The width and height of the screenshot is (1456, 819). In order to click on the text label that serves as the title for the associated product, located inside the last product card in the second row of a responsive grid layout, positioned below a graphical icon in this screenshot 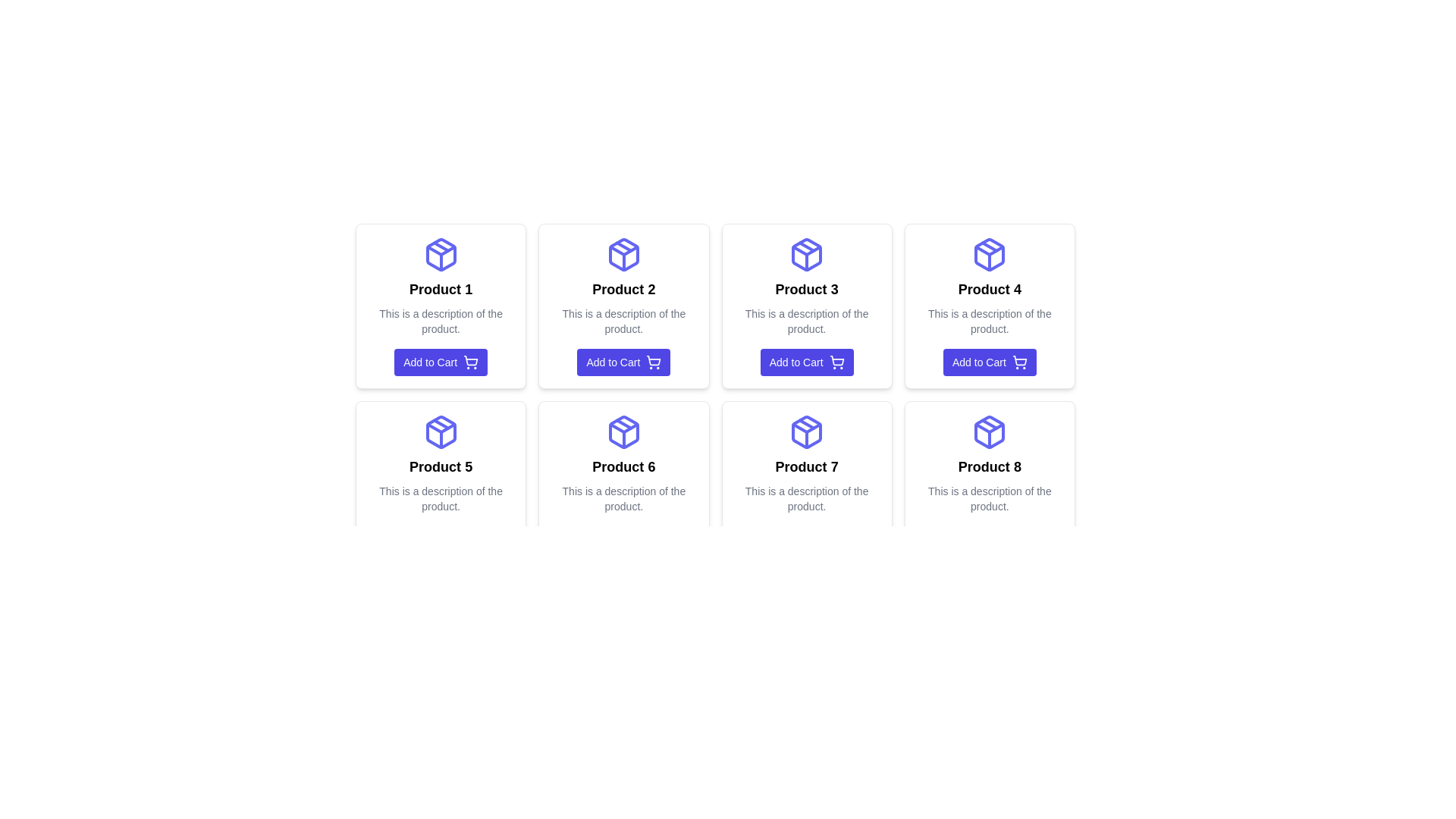, I will do `click(990, 466)`.